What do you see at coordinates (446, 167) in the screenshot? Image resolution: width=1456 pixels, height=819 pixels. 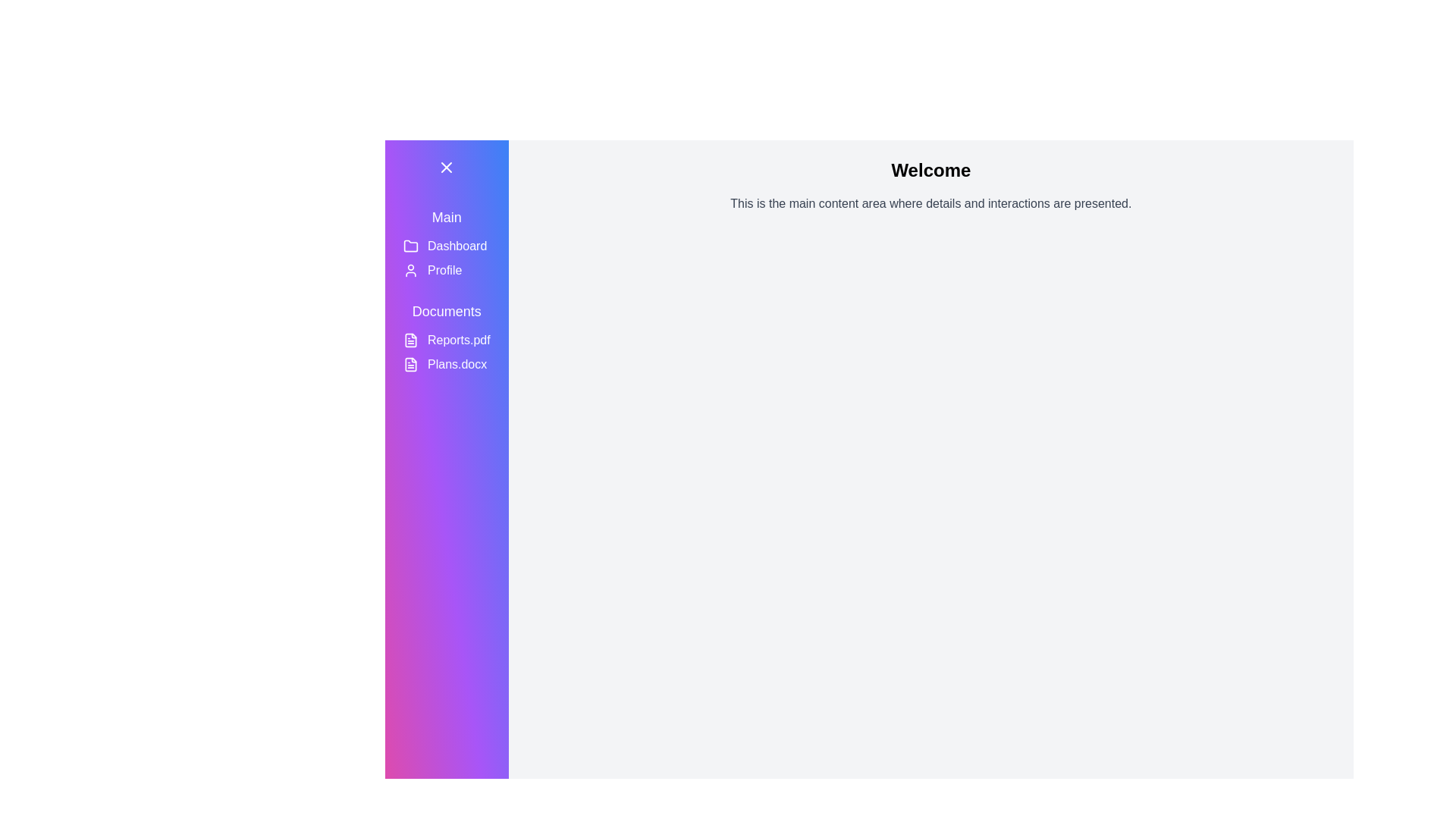 I see `the small, rounded button with a clear 'X' icon in its center, located at the top-left corner of the gradient sidebar` at bounding box center [446, 167].